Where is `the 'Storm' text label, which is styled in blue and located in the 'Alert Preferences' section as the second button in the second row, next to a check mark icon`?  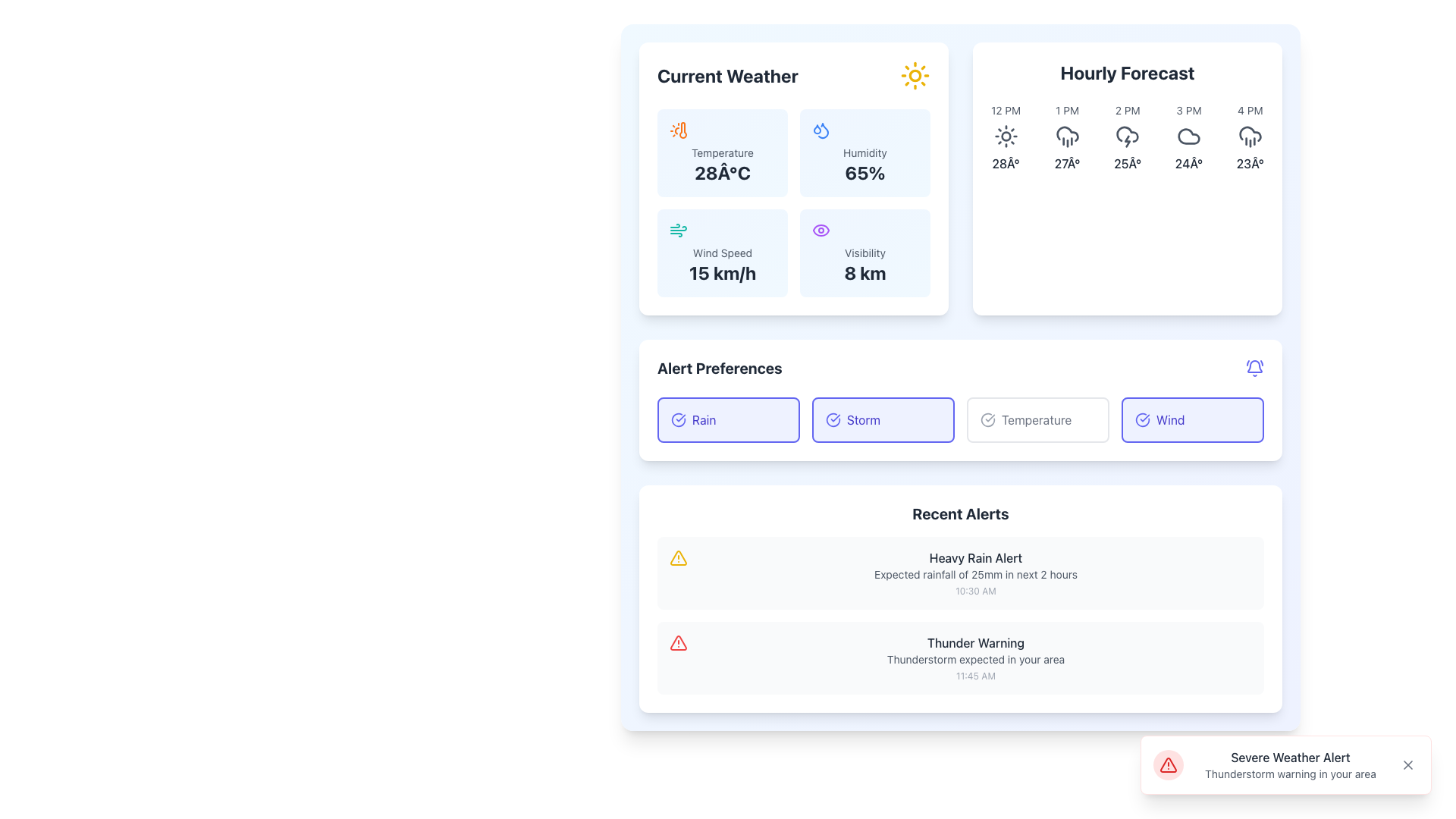
the 'Storm' text label, which is styled in blue and located in the 'Alert Preferences' section as the second button in the second row, next to a check mark icon is located at coordinates (863, 420).